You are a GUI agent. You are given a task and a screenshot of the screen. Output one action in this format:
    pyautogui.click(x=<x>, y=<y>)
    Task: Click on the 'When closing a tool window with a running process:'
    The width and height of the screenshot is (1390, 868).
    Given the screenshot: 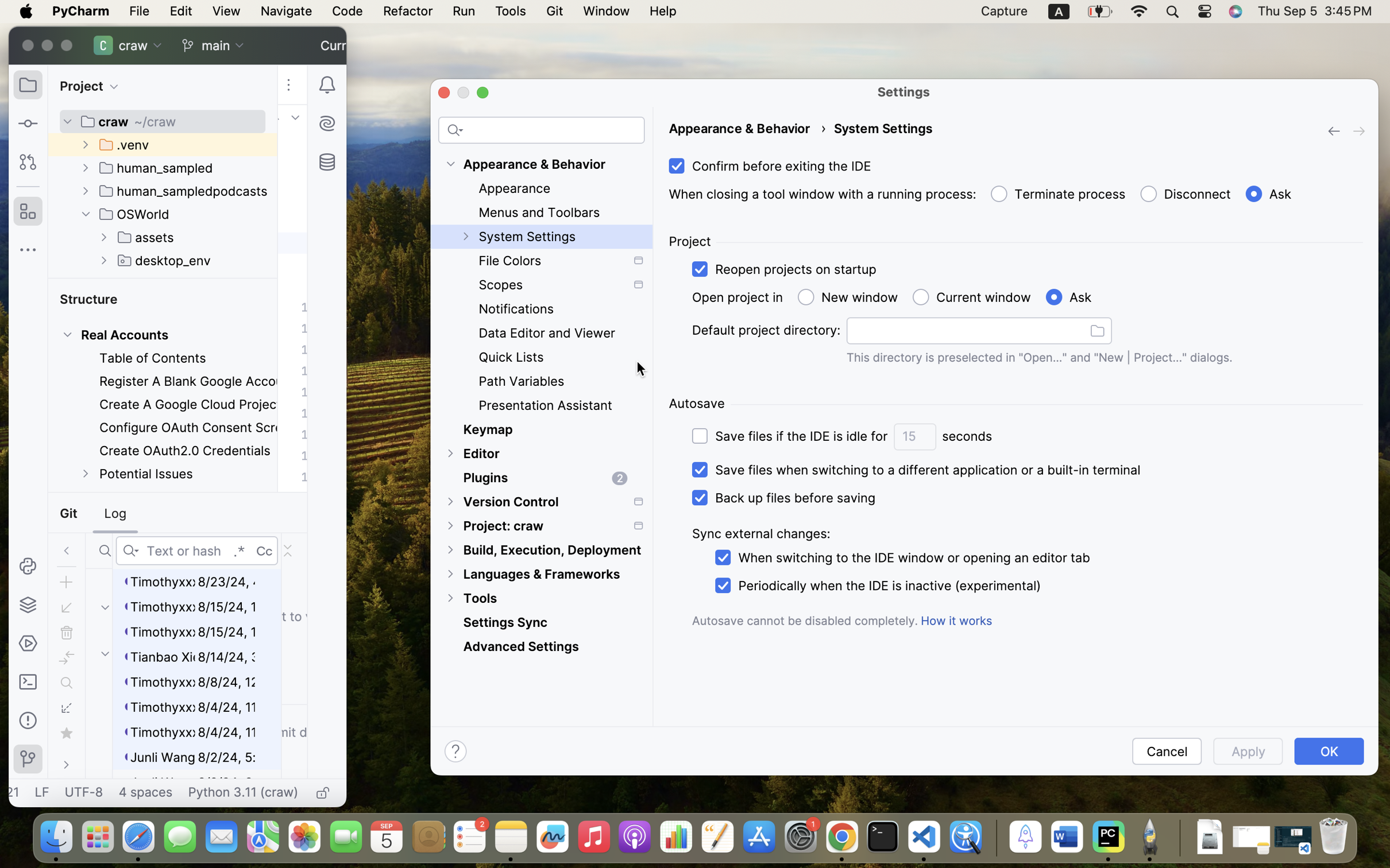 What is the action you would take?
    pyautogui.click(x=822, y=195)
    